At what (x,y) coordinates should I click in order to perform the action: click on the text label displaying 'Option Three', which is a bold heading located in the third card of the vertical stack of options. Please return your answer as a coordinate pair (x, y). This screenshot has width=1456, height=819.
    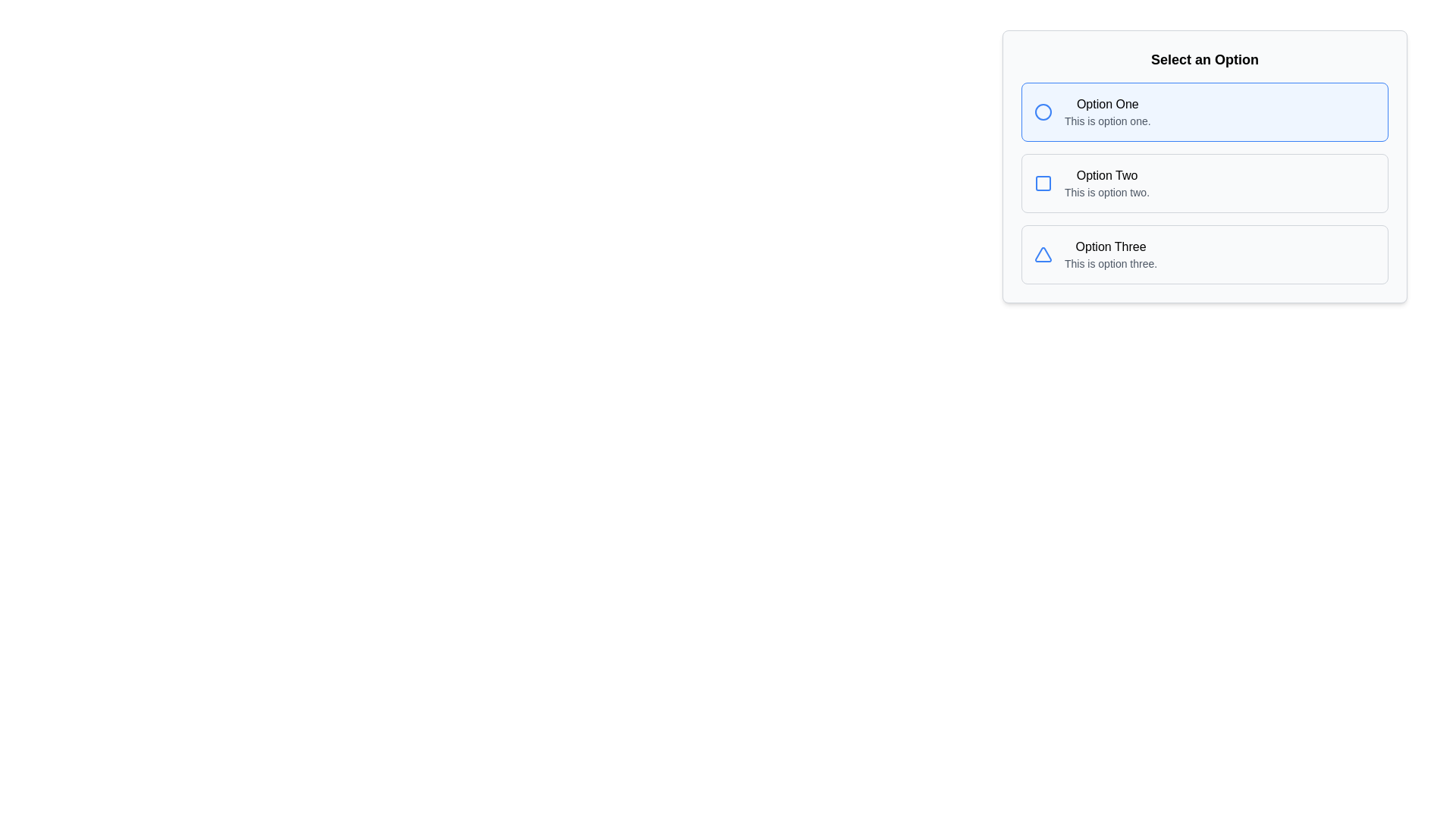
    Looking at the image, I should click on (1111, 246).